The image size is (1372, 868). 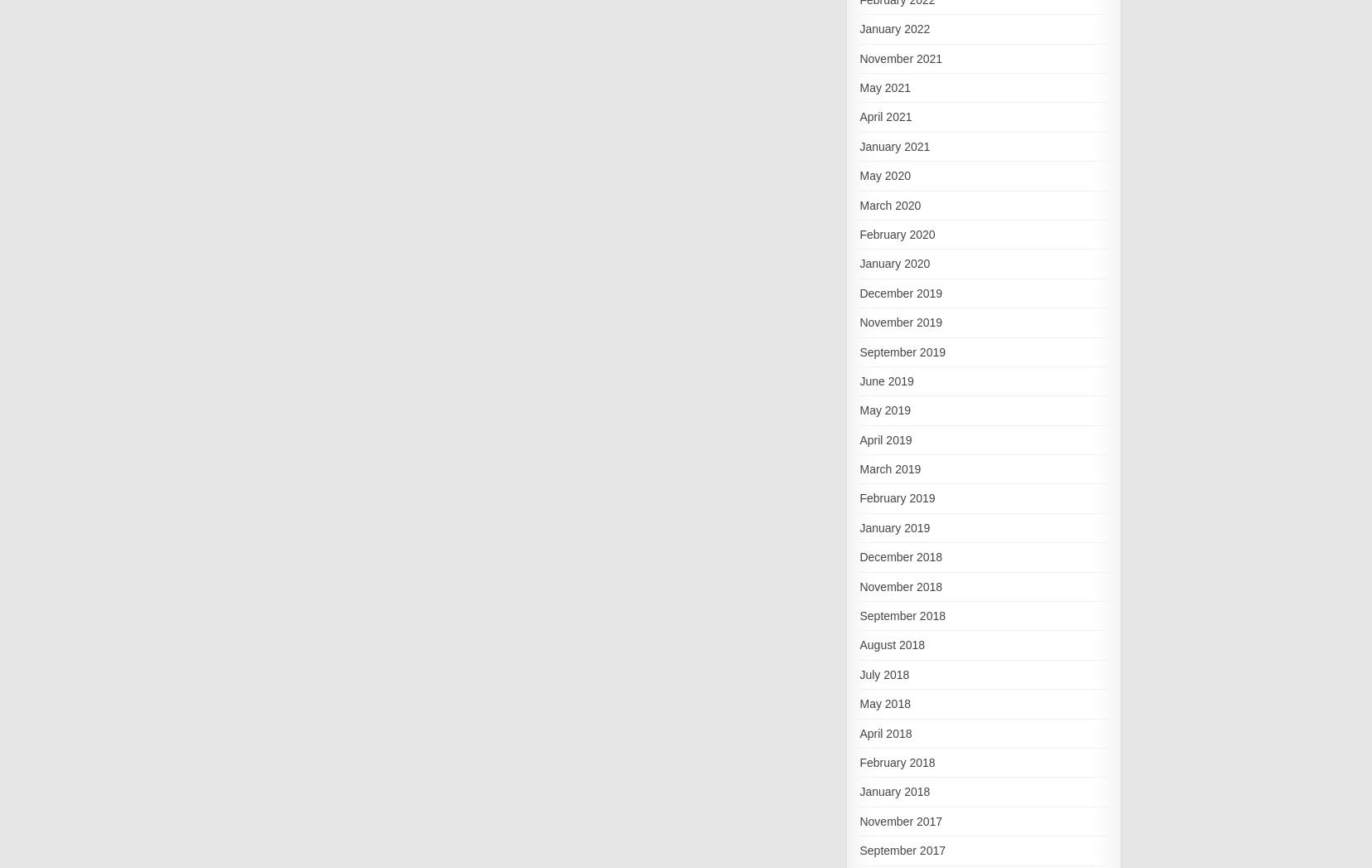 What do you see at coordinates (888, 204) in the screenshot?
I see `'March 2020'` at bounding box center [888, 204].